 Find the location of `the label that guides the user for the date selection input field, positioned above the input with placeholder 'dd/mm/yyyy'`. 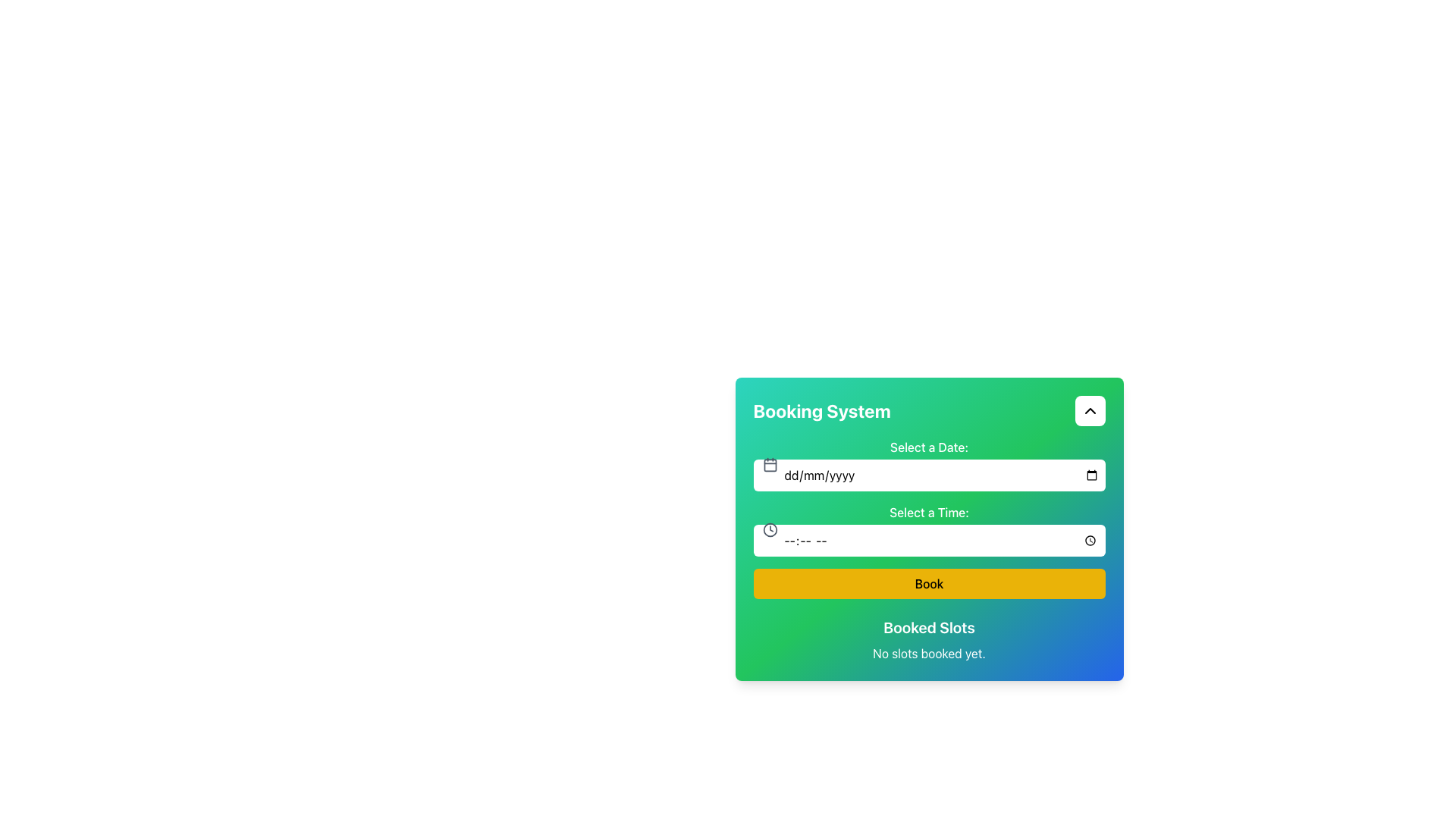

the label that guides the user for the date selection input field, positioned above the input with placeholder 'dd/mm/yyyy' is located at coordinates (928, 447).